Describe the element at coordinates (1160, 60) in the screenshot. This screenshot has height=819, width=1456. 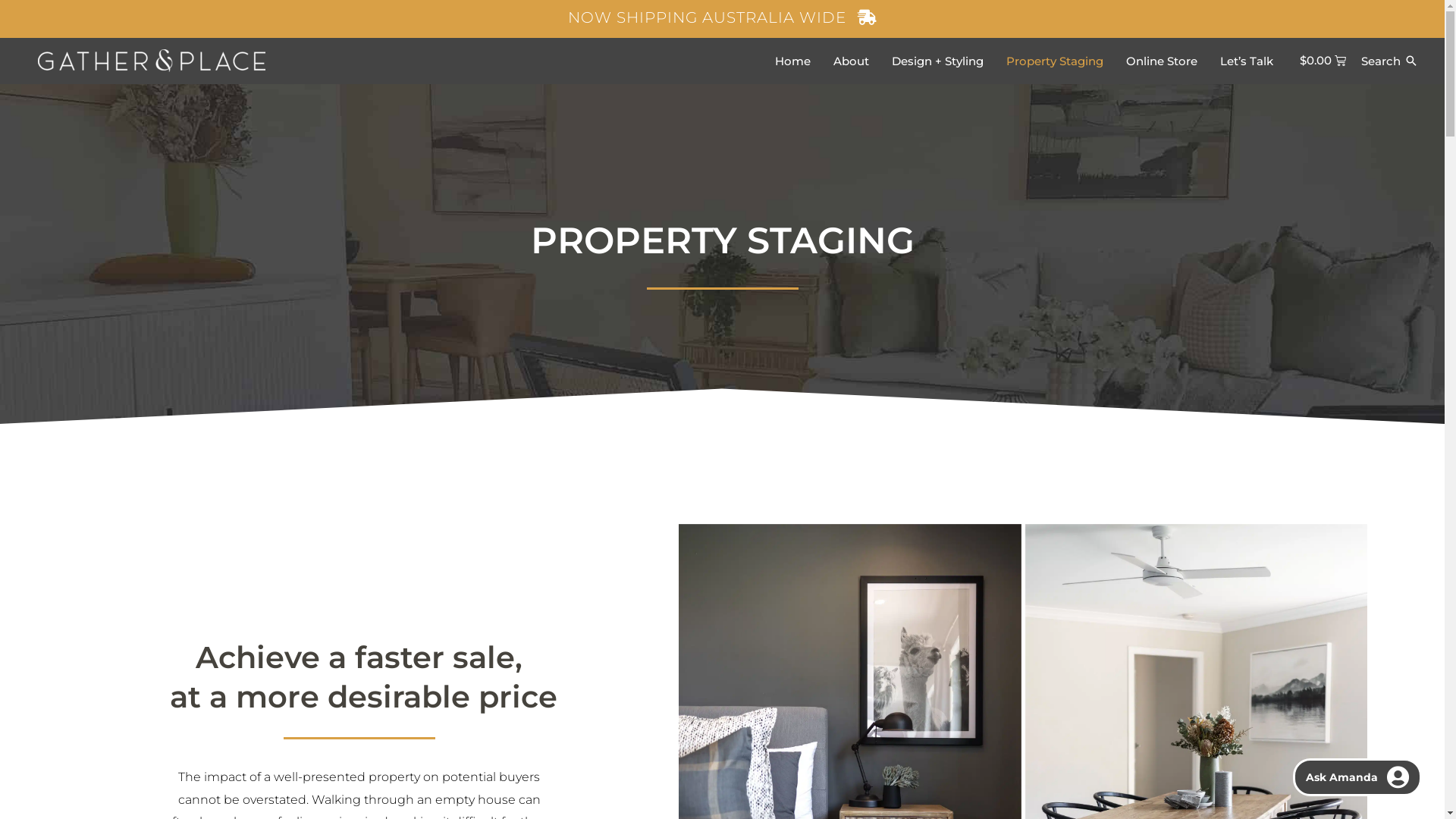
I see `'Online Store'` at that location.